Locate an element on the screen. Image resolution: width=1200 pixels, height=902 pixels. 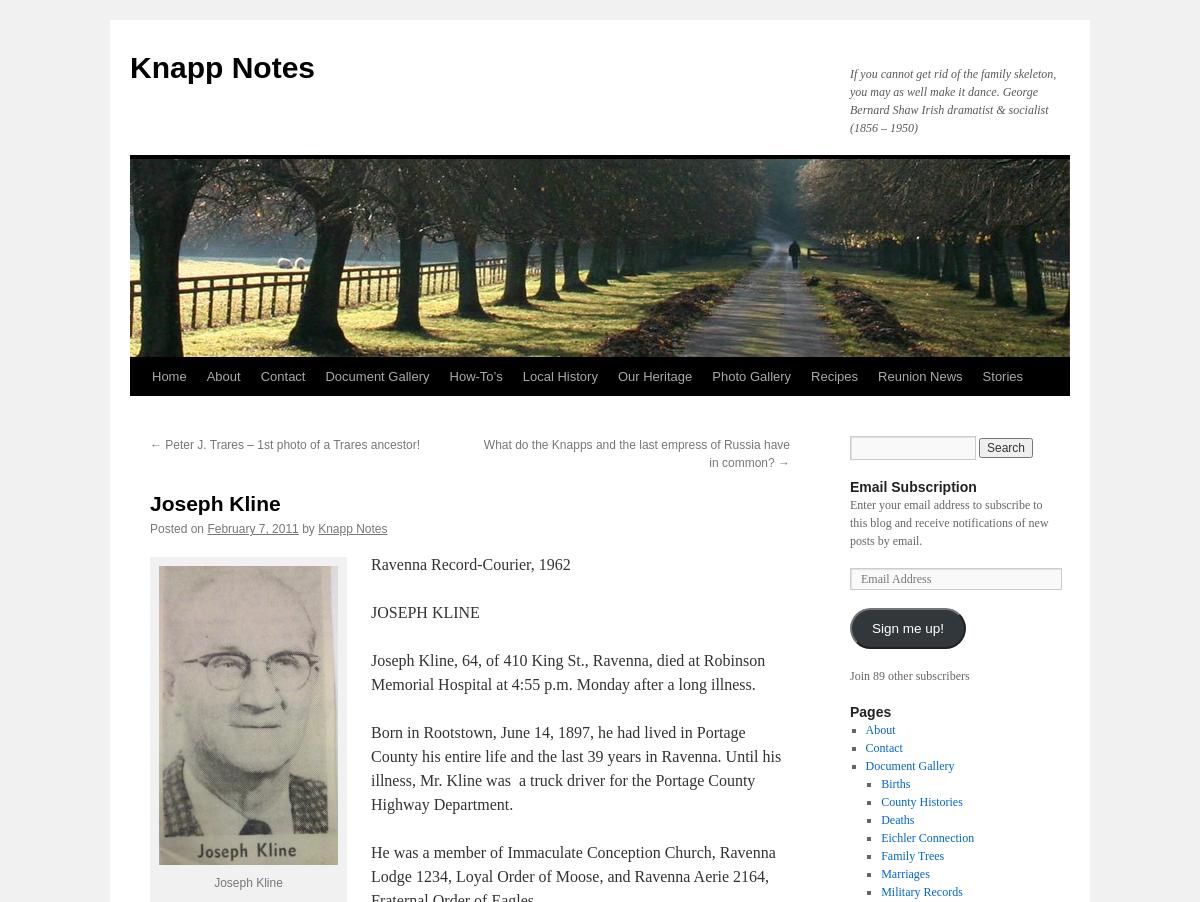
'Deaths' is located at coordinates (880, 819).